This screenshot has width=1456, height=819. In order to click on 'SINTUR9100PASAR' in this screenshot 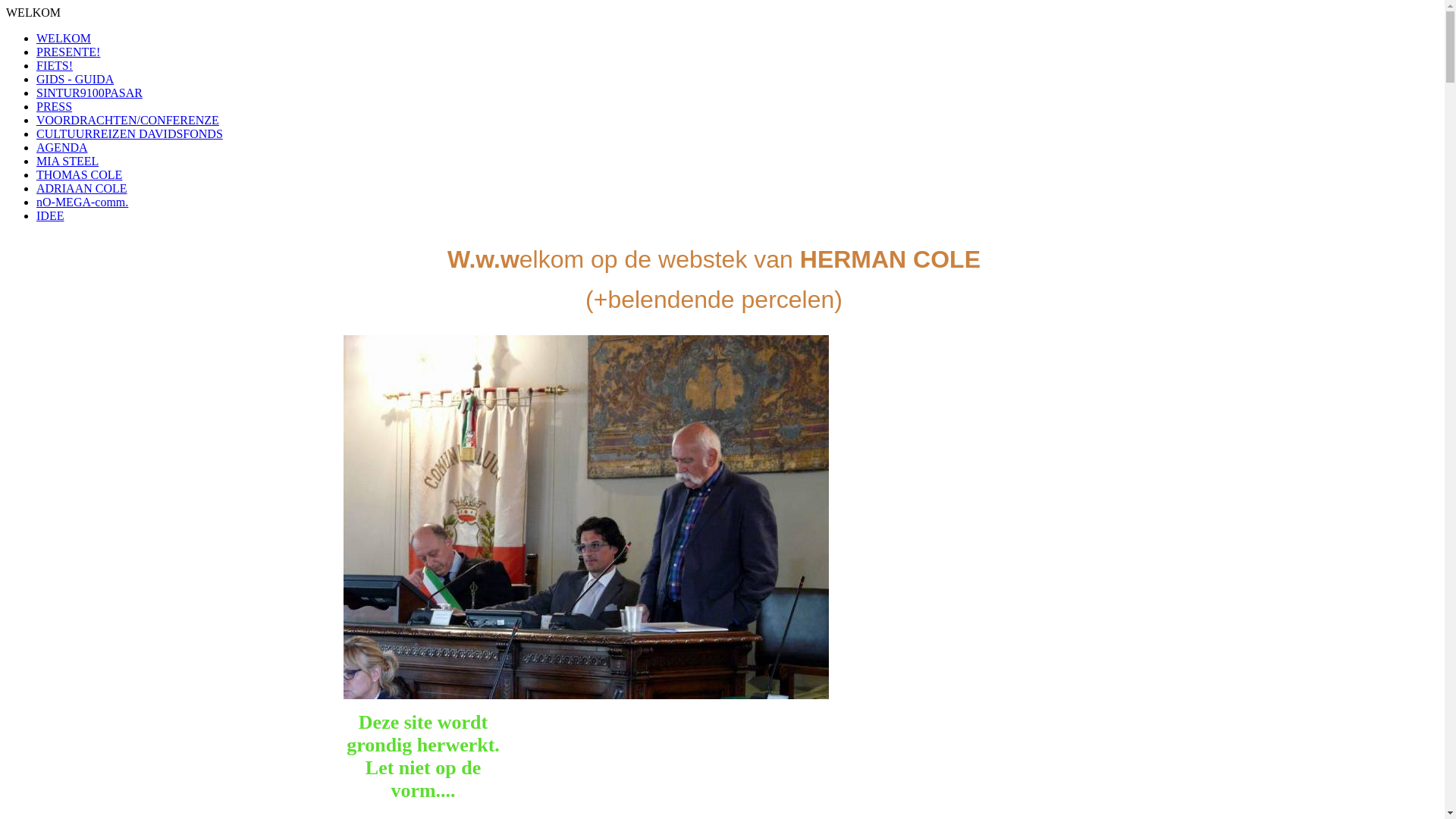, I will do `click(89, 93)`.